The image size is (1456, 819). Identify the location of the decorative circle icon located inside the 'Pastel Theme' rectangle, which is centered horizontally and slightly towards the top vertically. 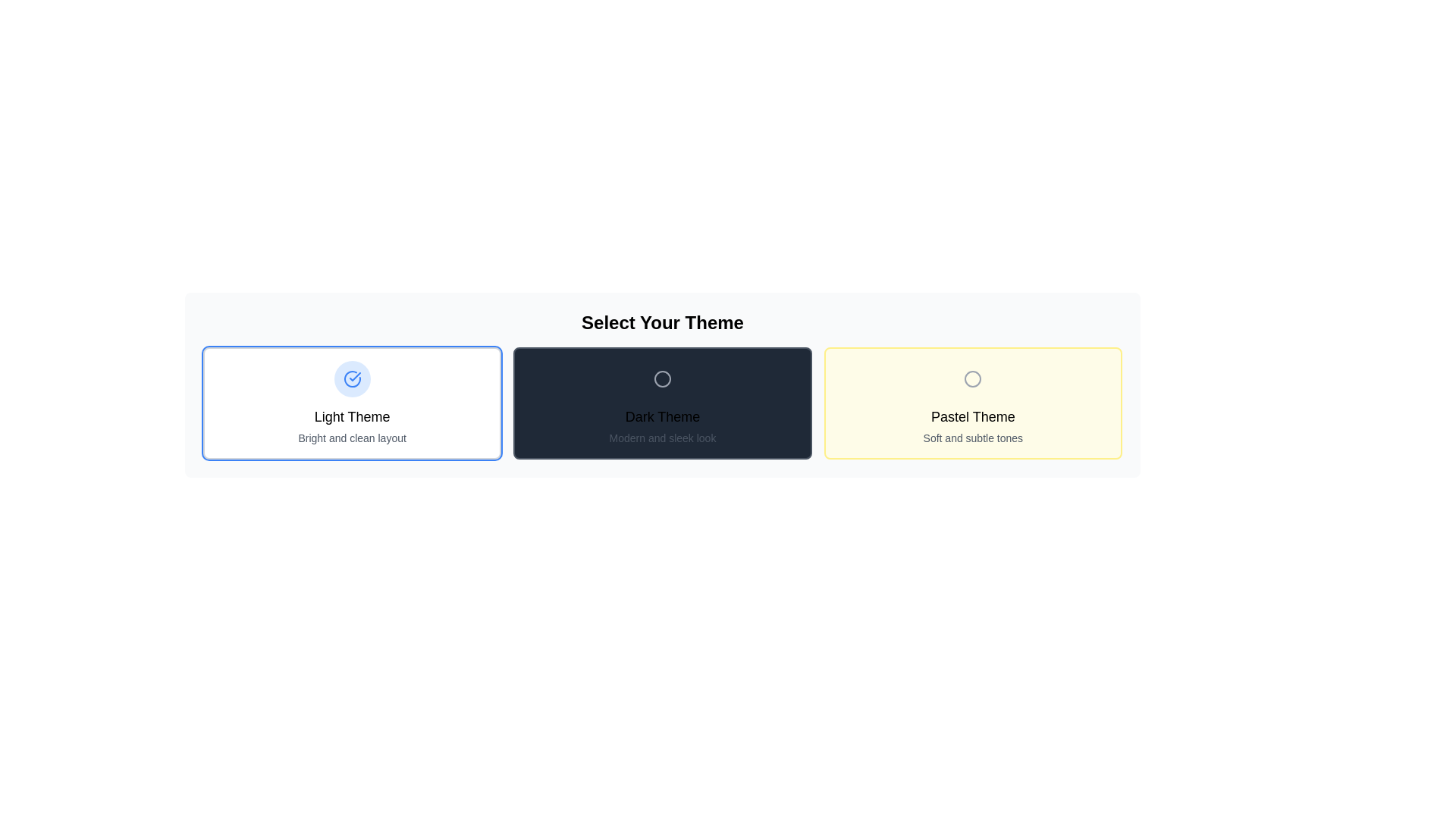
(973, 378).